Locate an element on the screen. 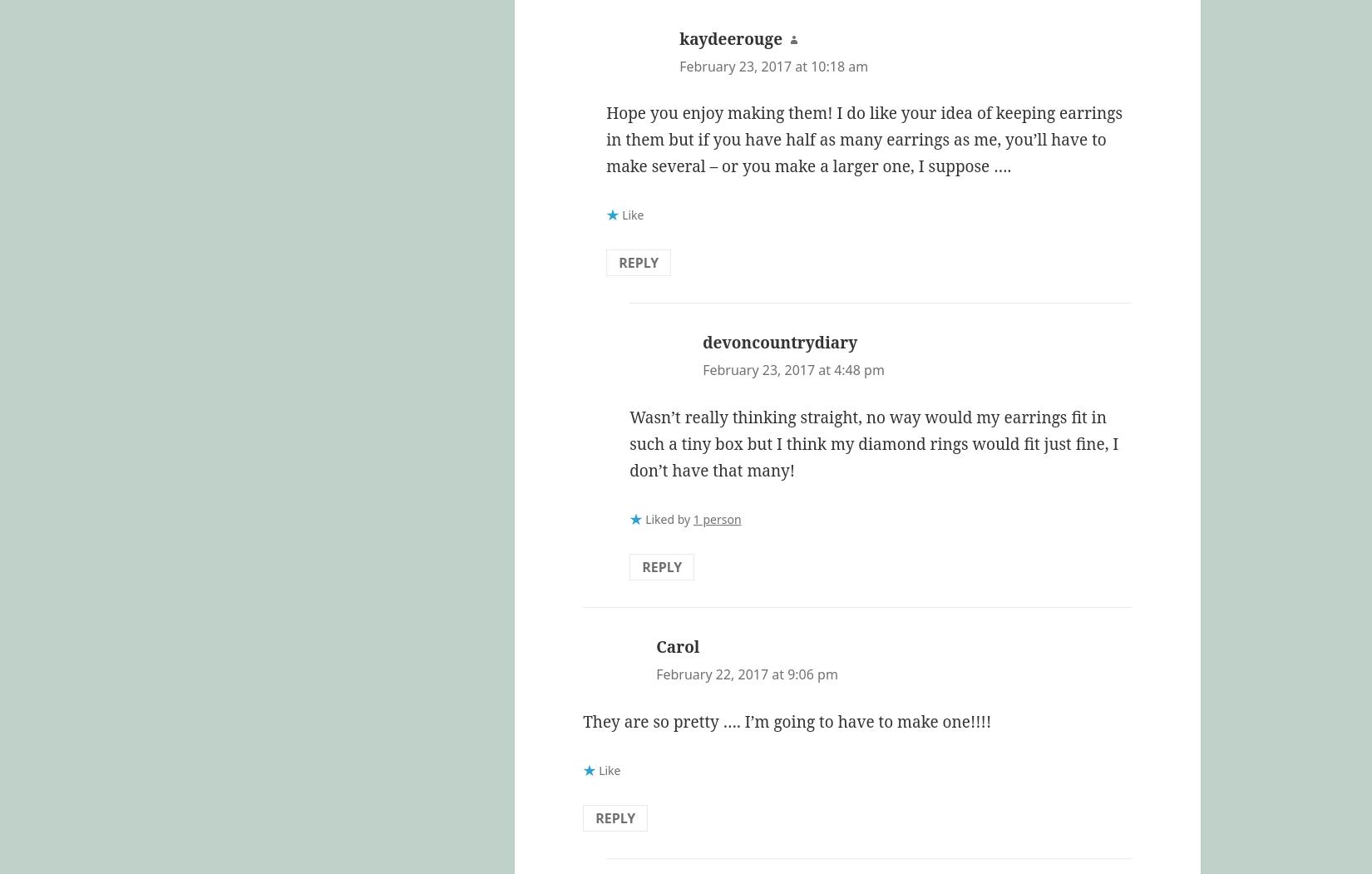 The image size is (1372, 874). 'devoncountrydiary' is located at coordinates (702, 342).